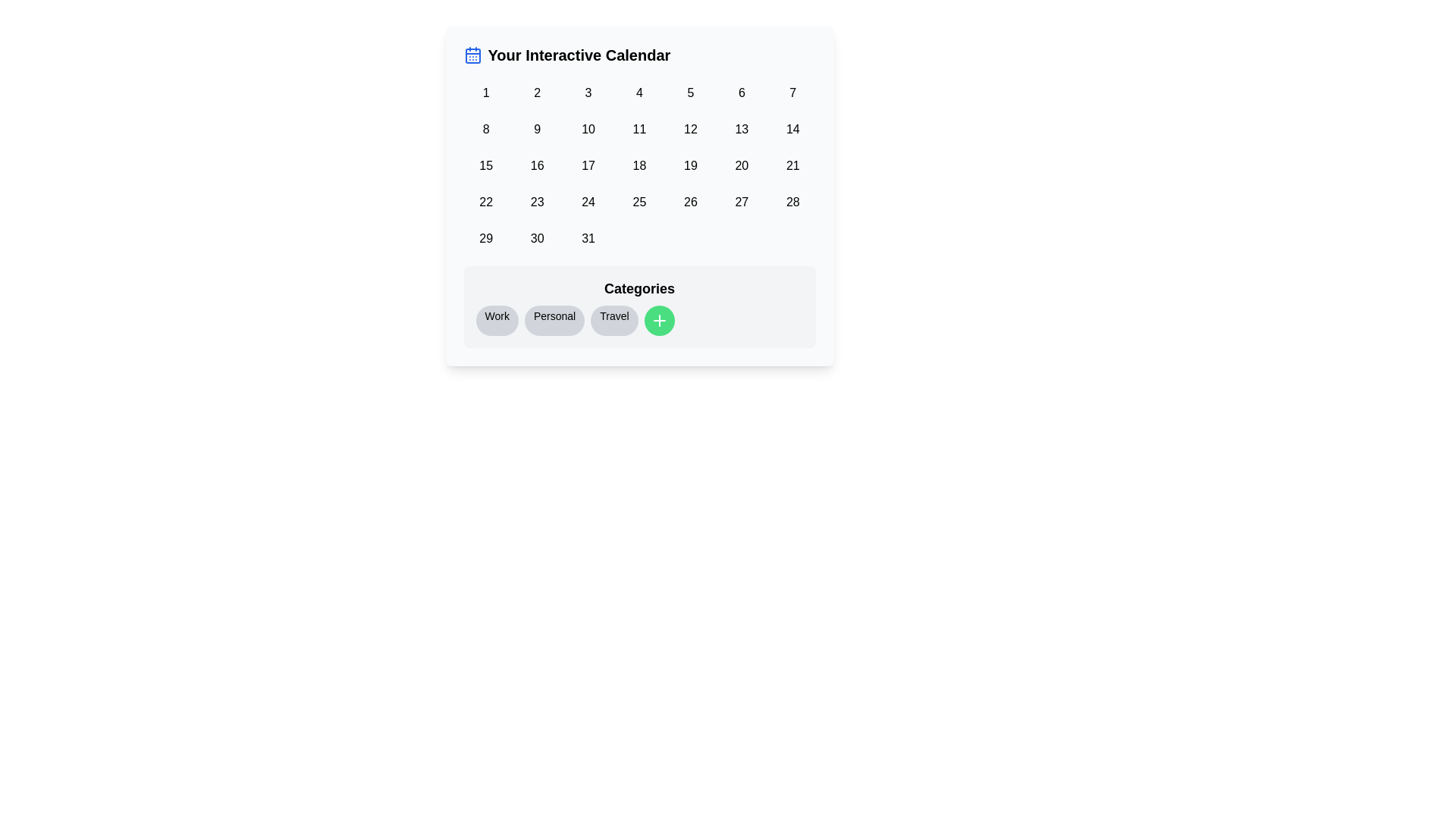 The height and width of the screenshot is (819, 1456). What do you see at coordinates (486, 128) in the screenshot?
I see `the calendar day tile button displaying the number '8'` at bounding box center [486, 128].